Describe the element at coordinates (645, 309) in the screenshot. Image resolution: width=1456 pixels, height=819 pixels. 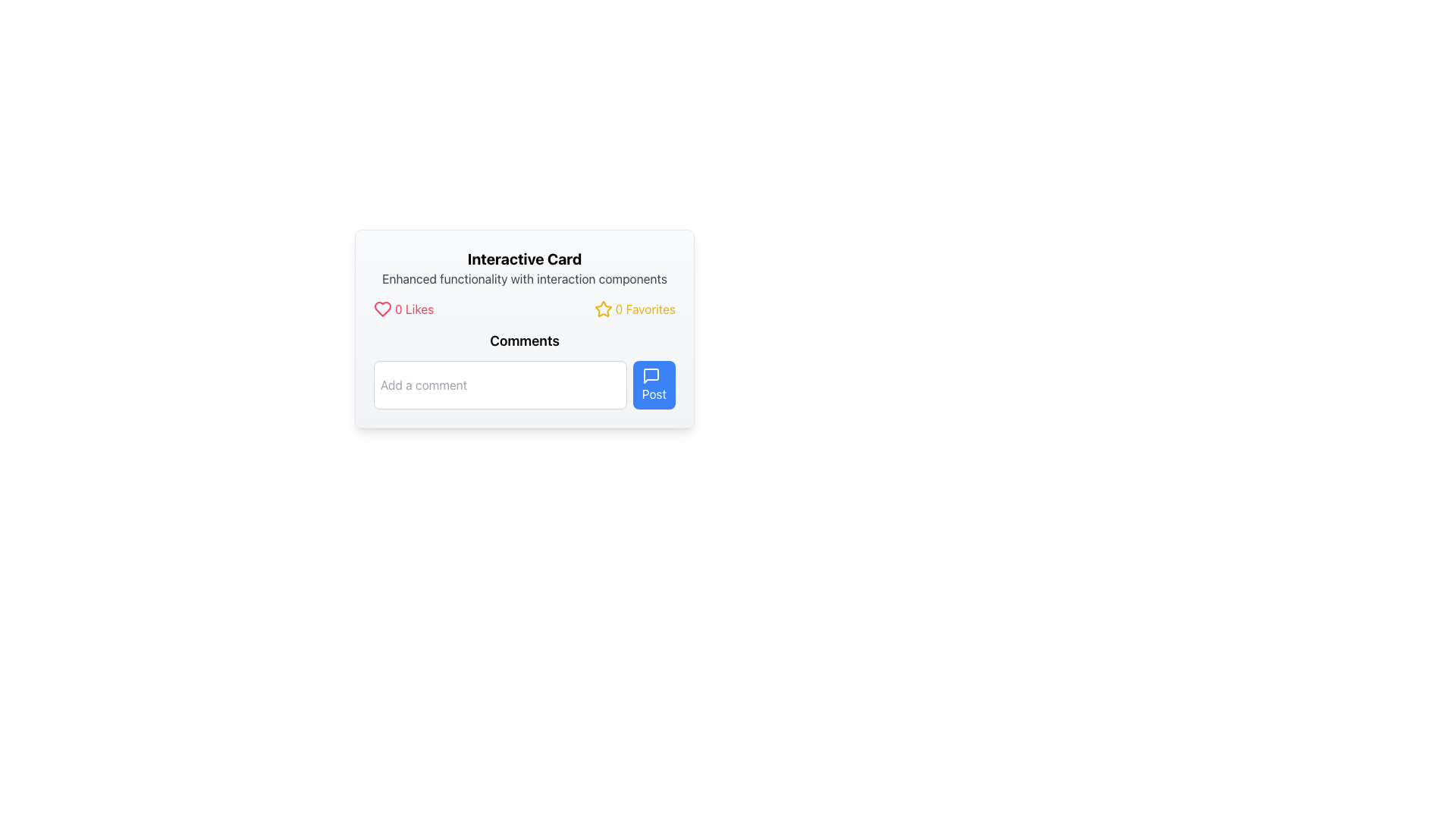
I see `the '0 Favorites' text label, which is displayed in yellow and indicates the favorites feature` at that location.